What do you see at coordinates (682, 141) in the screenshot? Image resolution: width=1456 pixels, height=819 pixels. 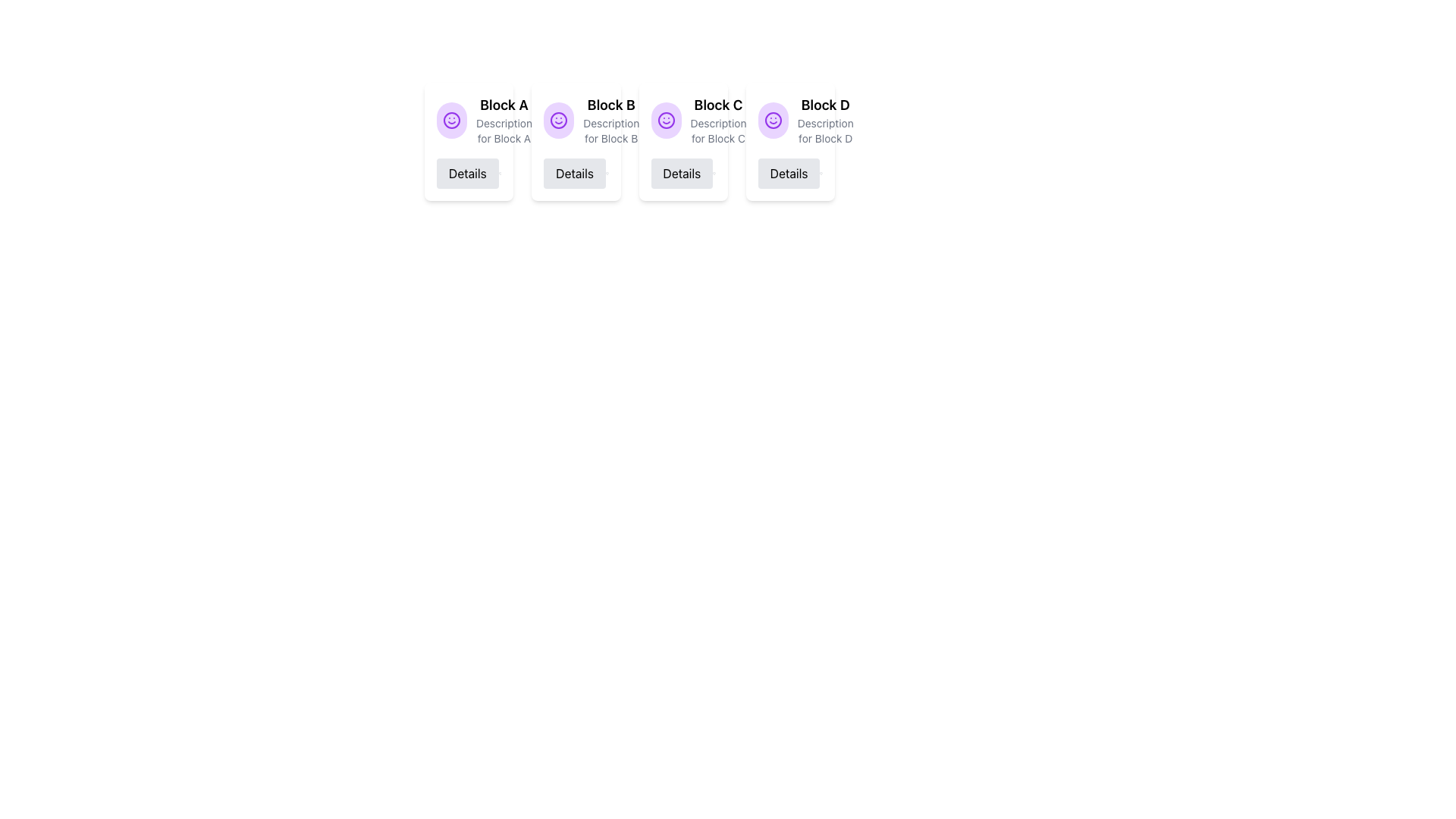 I see `the interactive 'Details' button located at the bottom of the Card element related to 'Block C.'` at bounding box center [682, 141].